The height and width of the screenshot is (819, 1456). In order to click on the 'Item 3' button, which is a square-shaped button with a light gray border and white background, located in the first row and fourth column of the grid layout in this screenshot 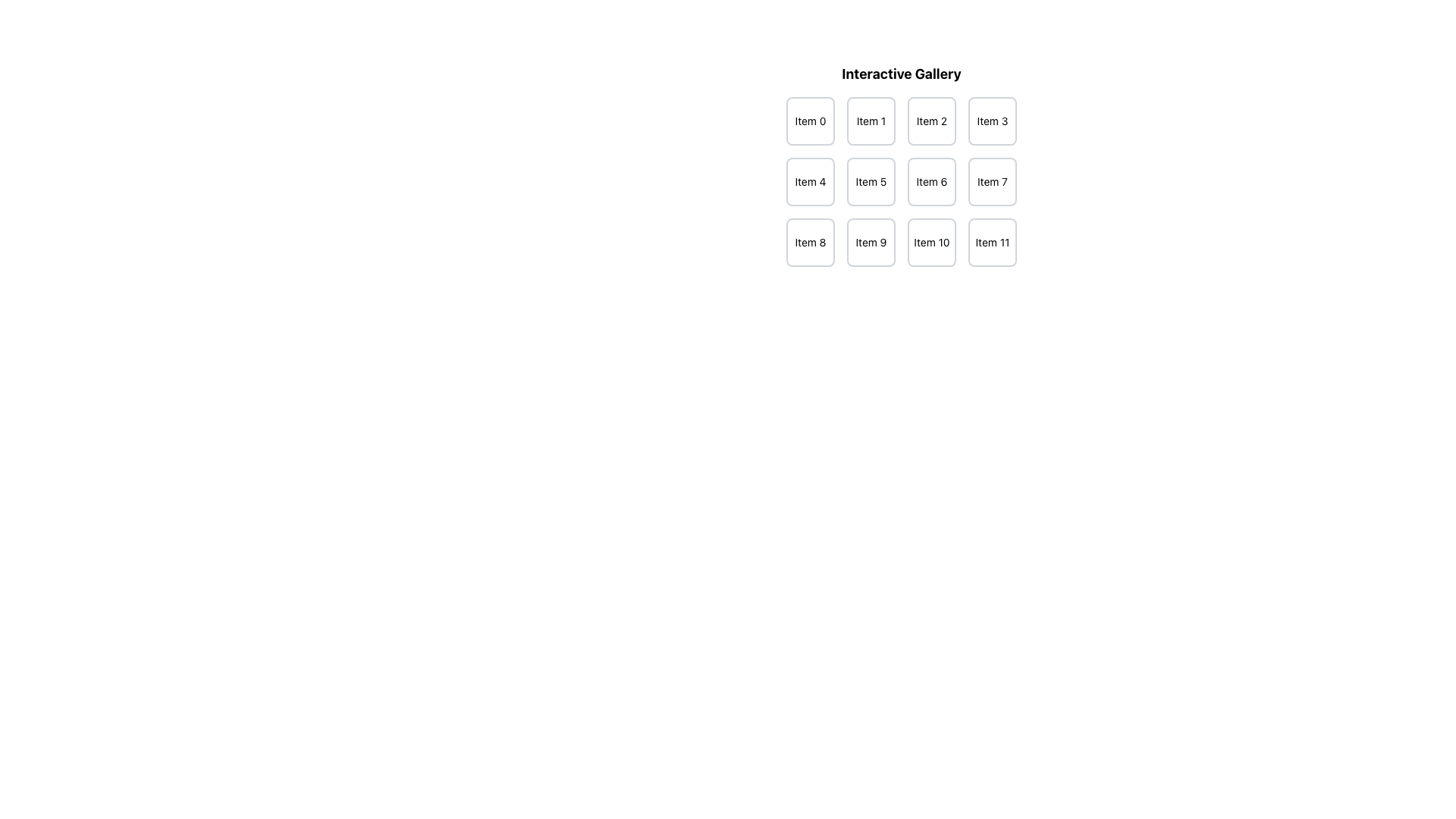, I will do `click(993, 120)`.